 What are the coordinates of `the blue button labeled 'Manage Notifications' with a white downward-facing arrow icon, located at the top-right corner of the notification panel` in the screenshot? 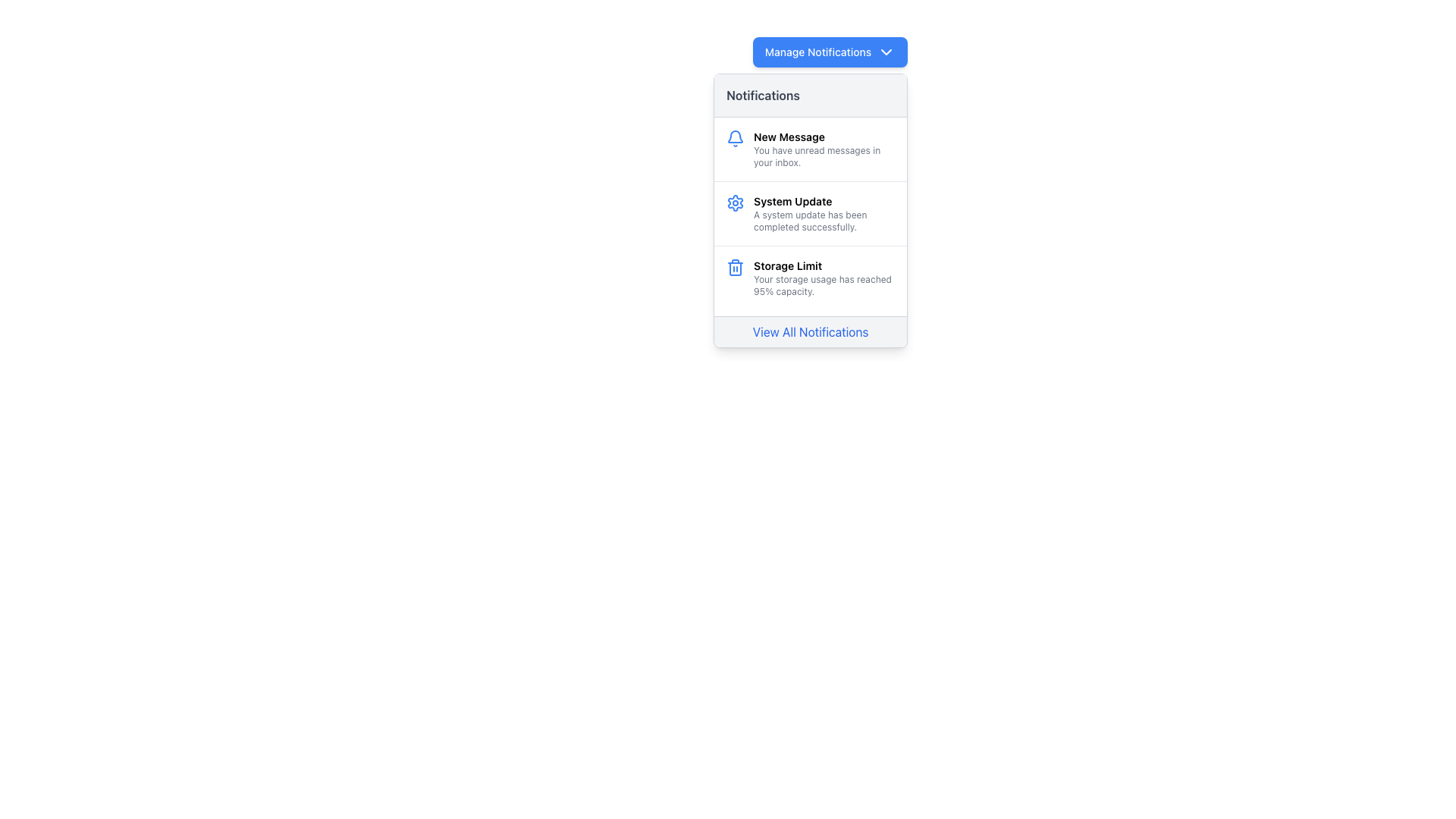 It's located at (829, 52).